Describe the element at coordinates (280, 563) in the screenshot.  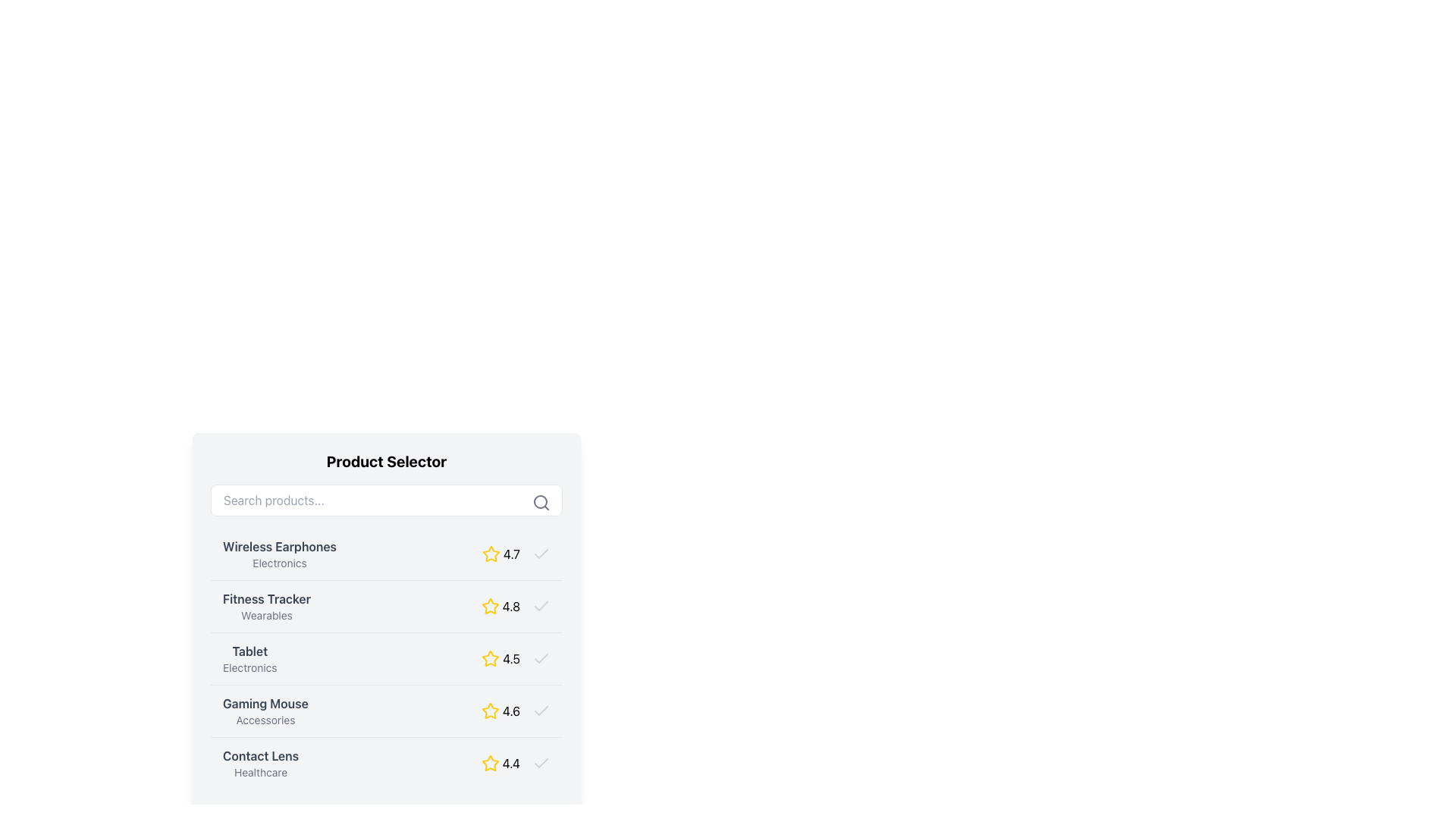
I see `text from the Text Label indicating that 'Wireless Earphones' belong to the 'Electronics' category, located below the title 'Wireless Earphones'` at that location.